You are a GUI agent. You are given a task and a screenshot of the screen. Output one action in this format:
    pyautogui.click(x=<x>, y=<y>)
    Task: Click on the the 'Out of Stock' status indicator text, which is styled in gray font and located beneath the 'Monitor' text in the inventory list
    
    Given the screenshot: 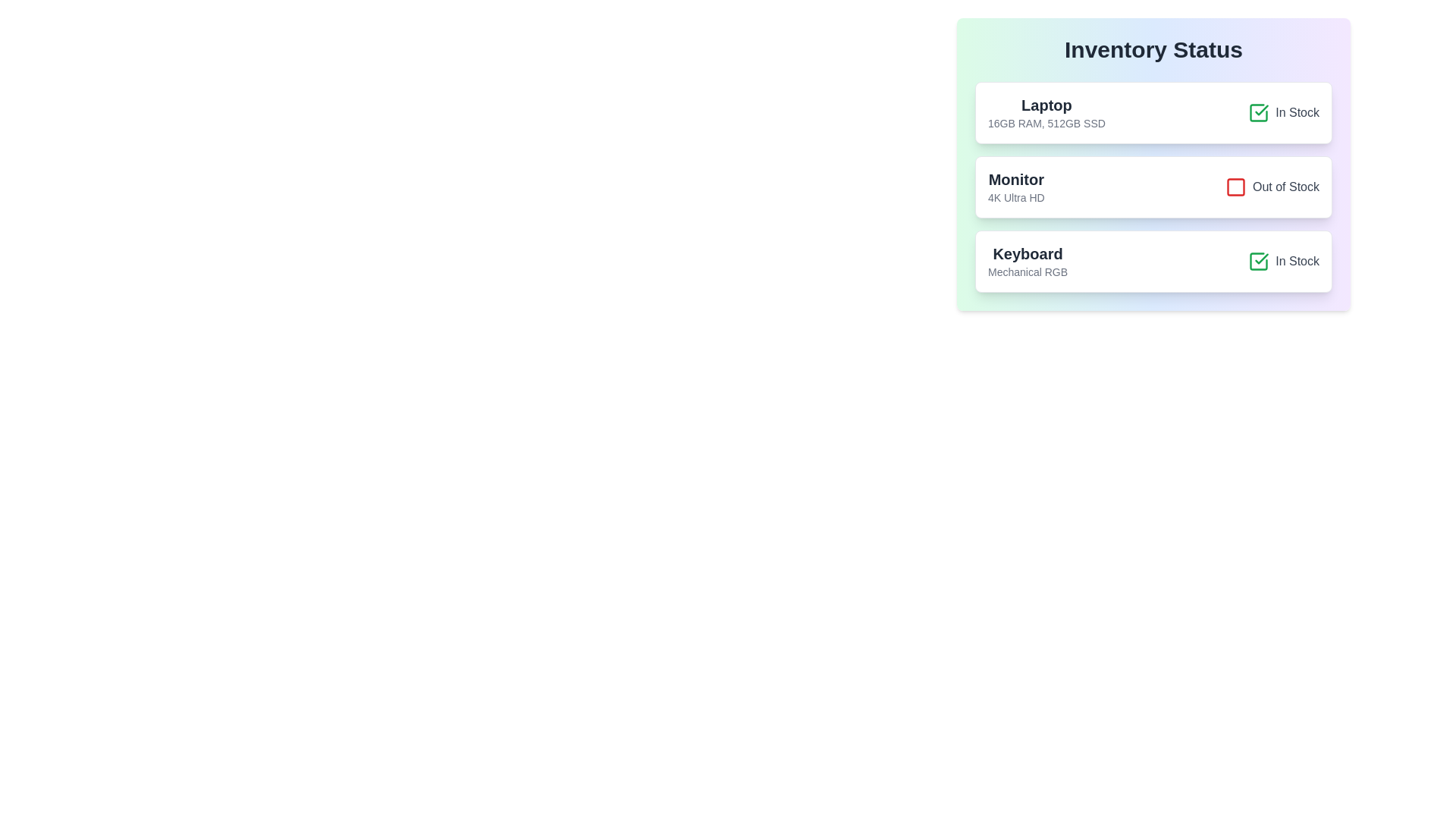 What is the action you would take?
    pyautogui.click(x=1272, y=186)
    